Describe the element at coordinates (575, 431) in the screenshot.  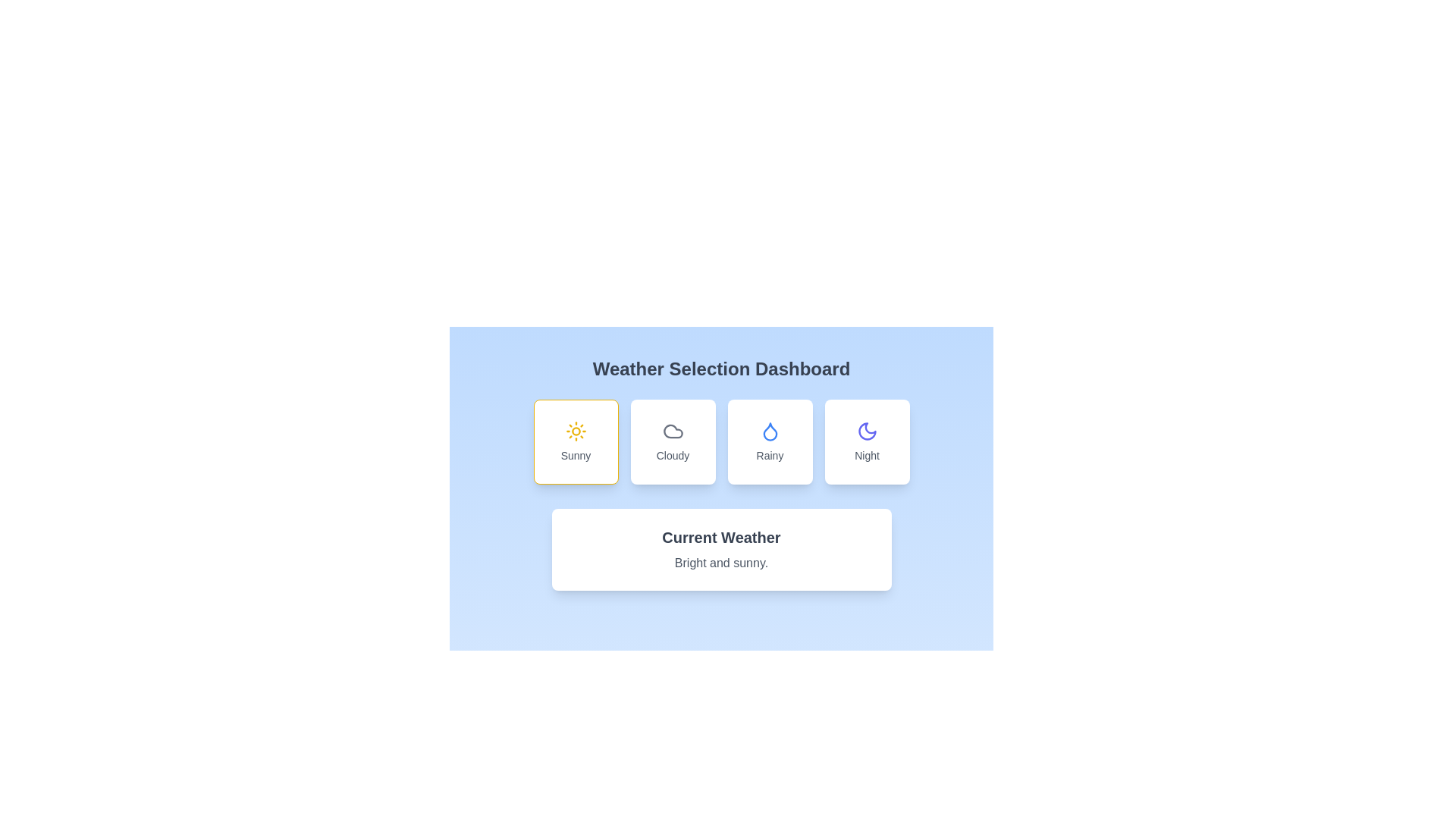
I see `styling or dimensions of the central circular part of the 'Sunny' option in the weather selection dashboard` at that location.